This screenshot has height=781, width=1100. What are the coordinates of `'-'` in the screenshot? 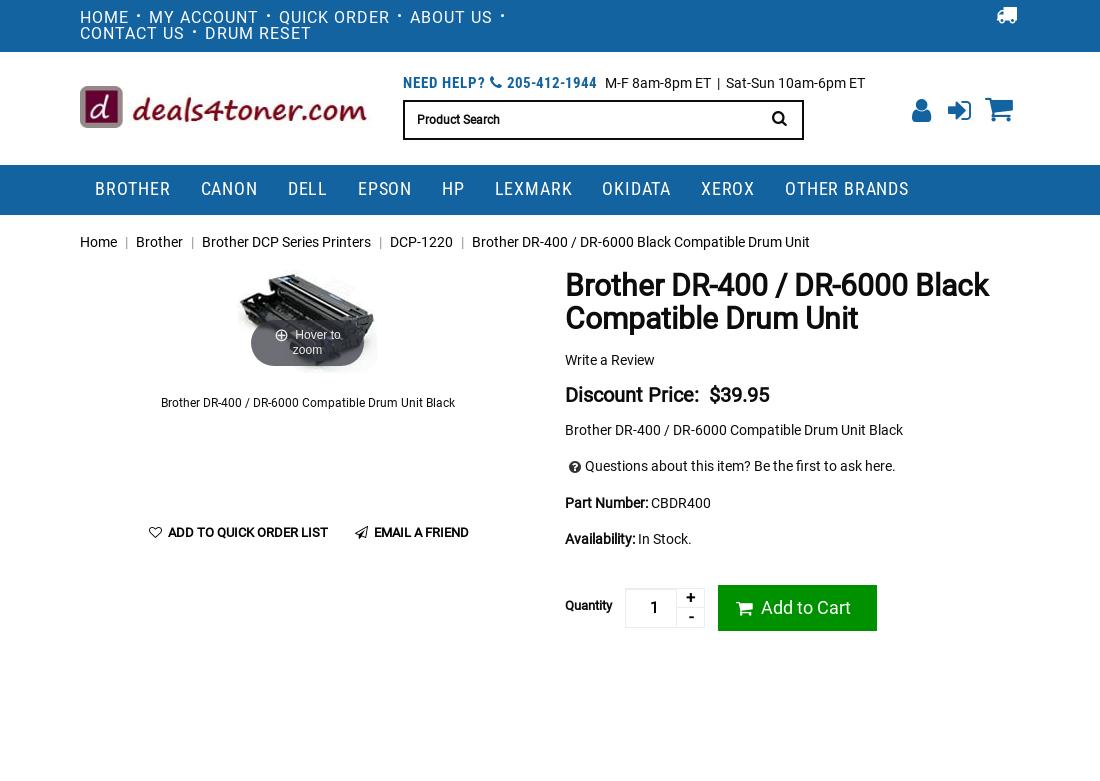 It's located at (689, 615).